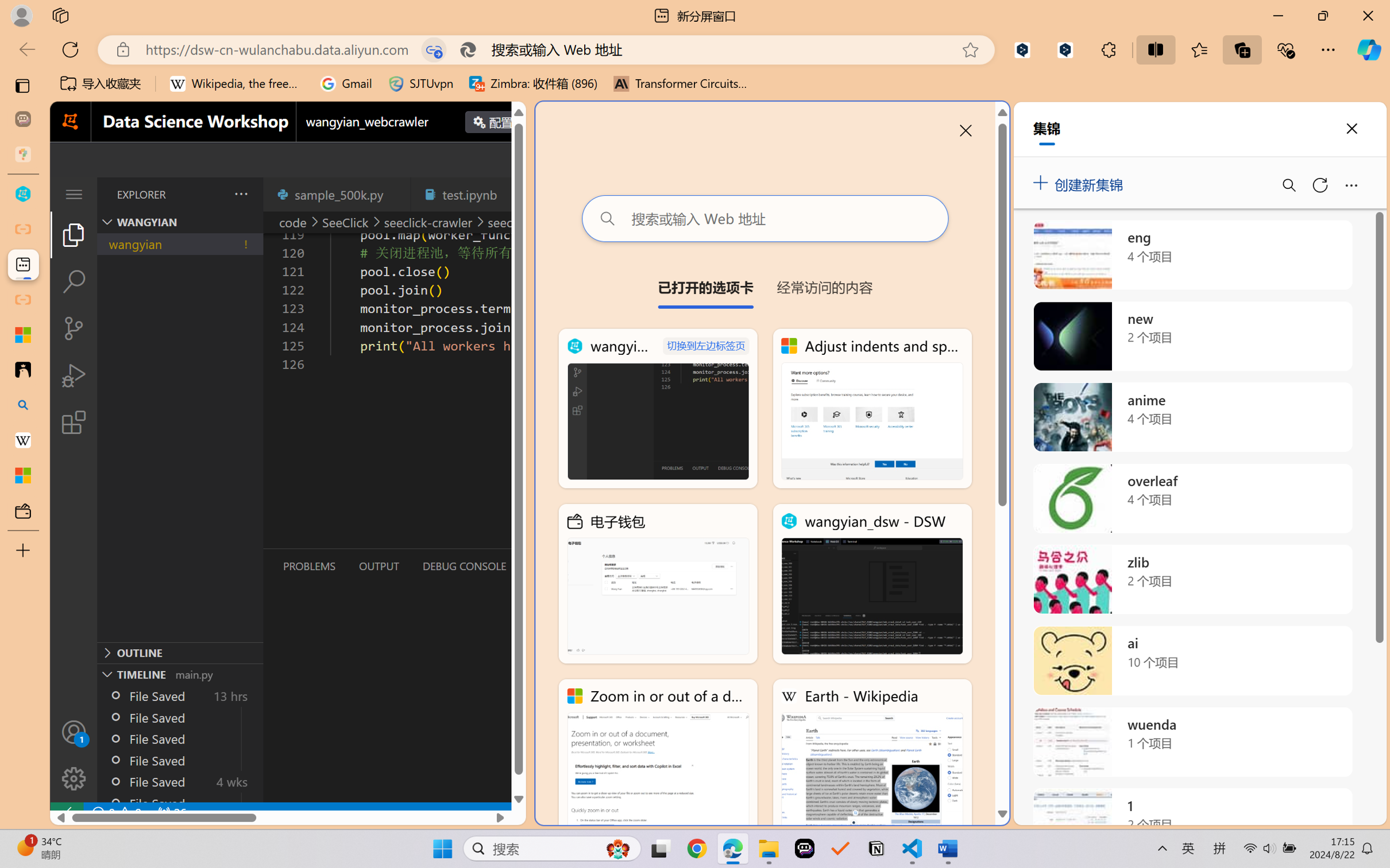  Describe the element at coordinates (73, 328) in the screenshot. I see `'Source Control (Ctrl+Shift+G)'` at that location.